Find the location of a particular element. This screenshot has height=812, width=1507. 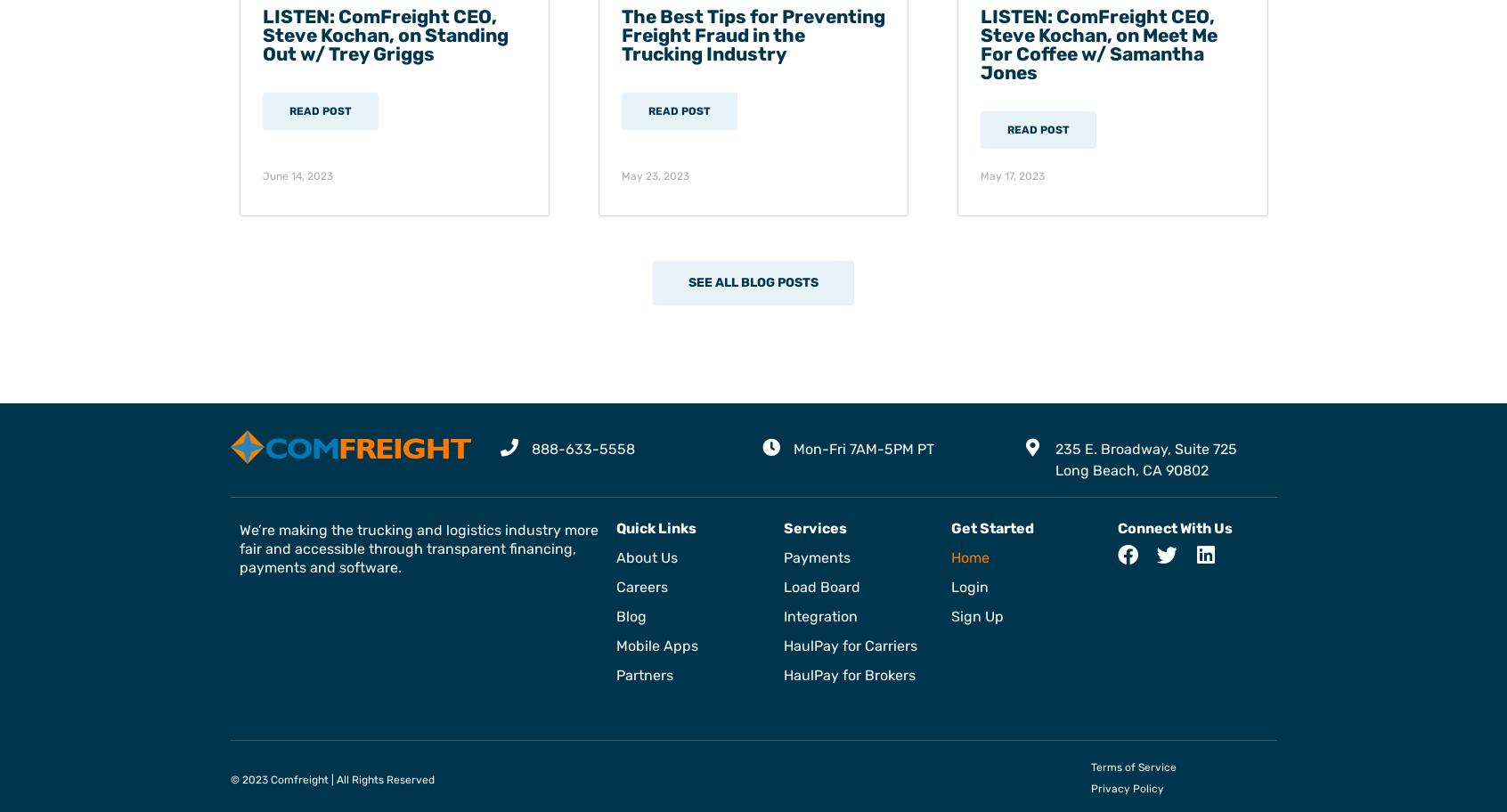

'Quick Links' is located at coordinates (655, 526).